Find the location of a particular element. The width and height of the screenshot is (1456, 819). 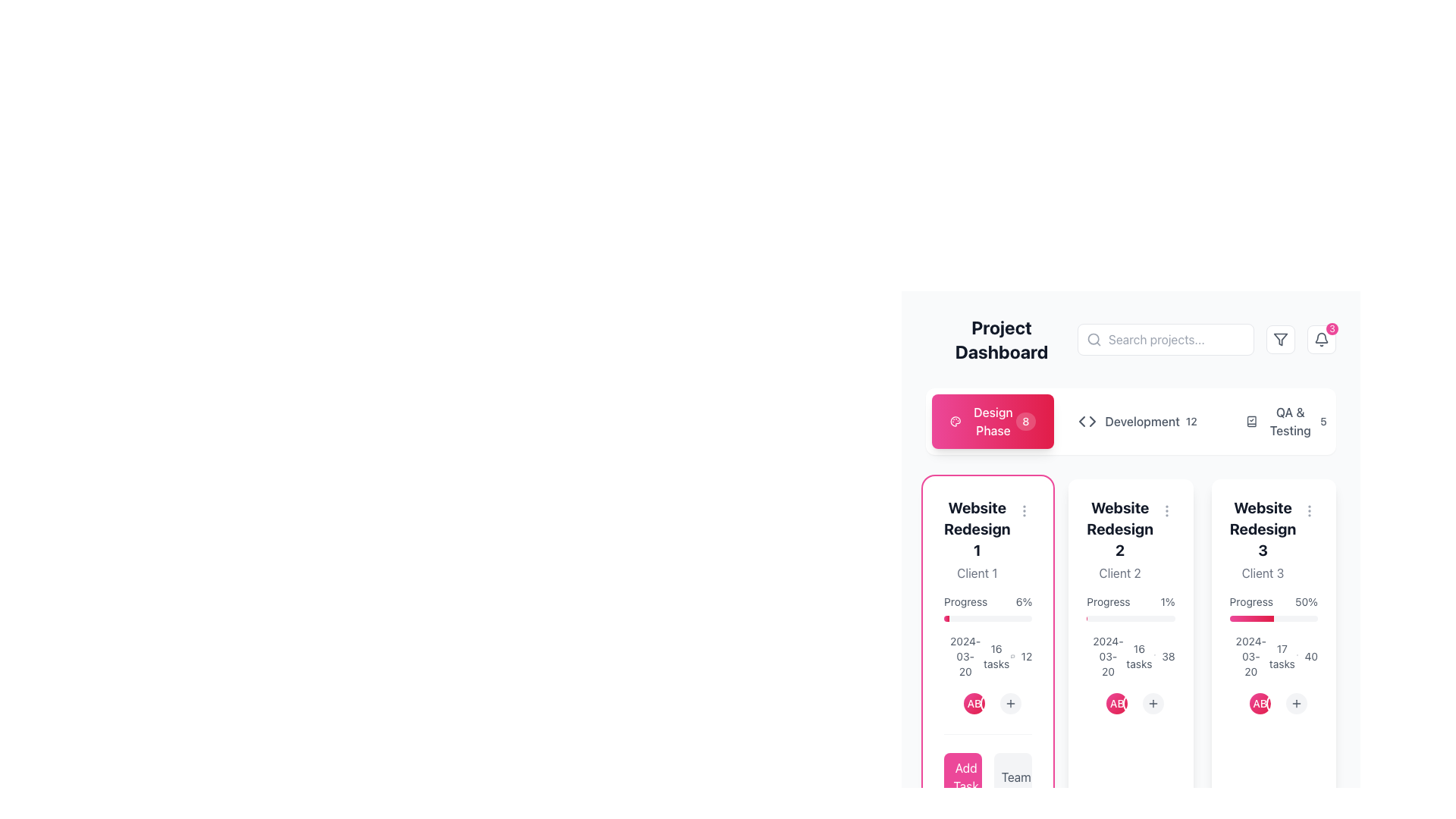

the Avatar or profile indicator located at the bottom-left corner of the 'Website Redesign 1' card is located at coordinates (955, 704).